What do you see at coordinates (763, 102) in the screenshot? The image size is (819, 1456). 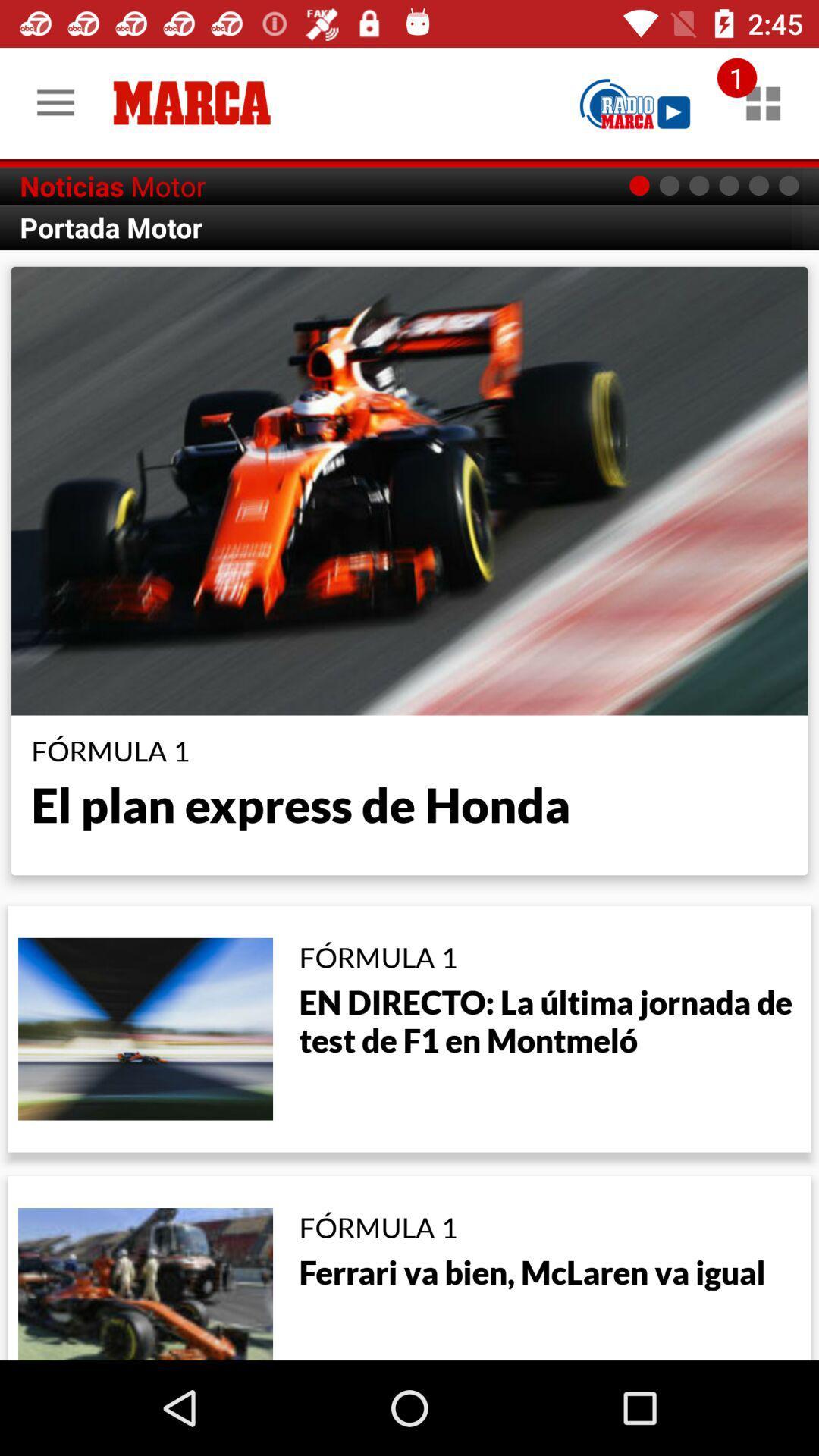 I see `menu` at bounding box center [763, 102].